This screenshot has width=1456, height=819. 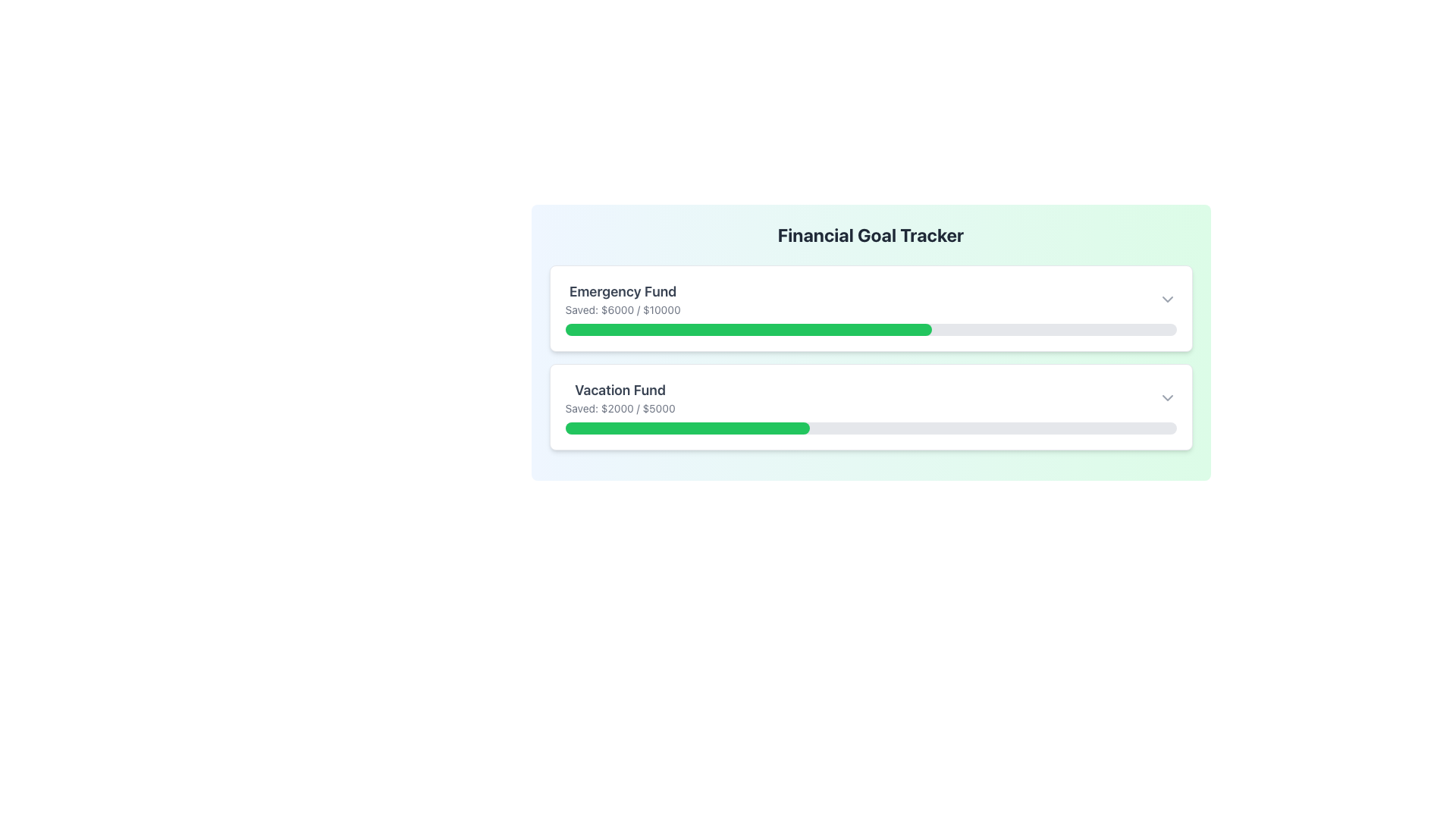 I want to click on the static text label that provides details about the savings progress for the 'Vacation Fund', located directly below the 'Vacation Fund' text, so click(x=620, y=408).